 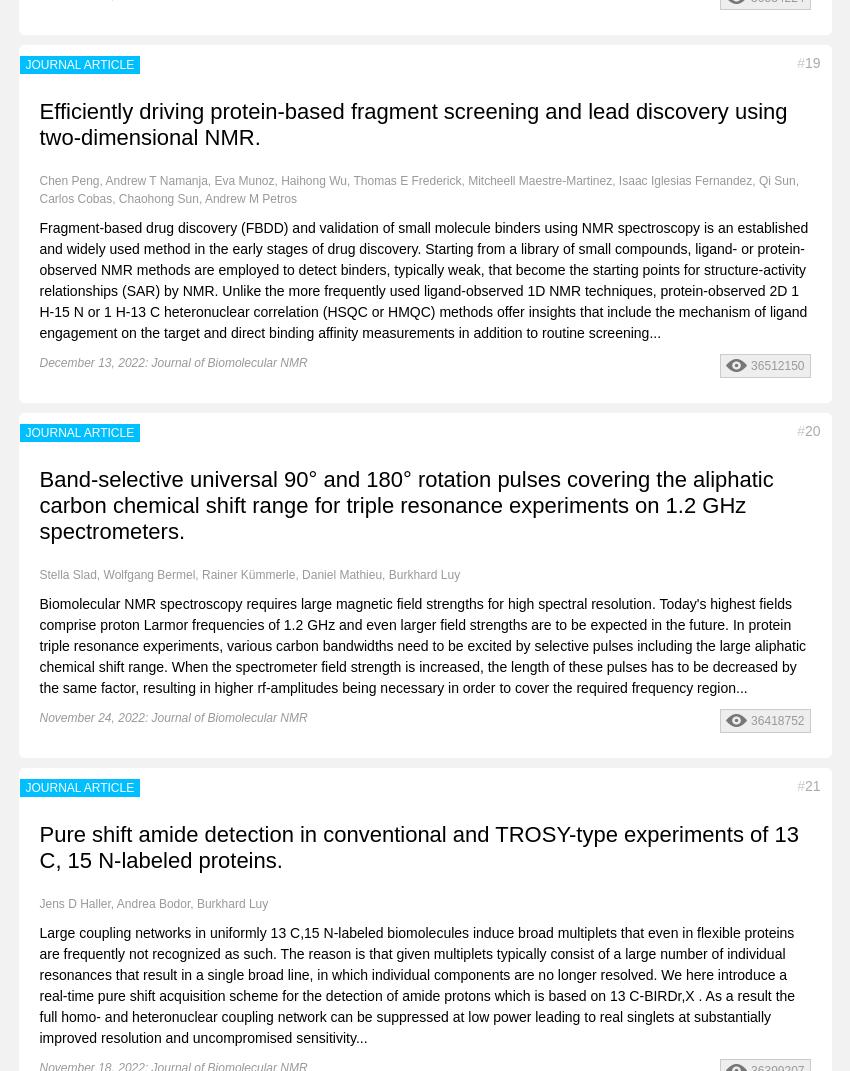 What do you see at coordinates (38, 902) in the screenshot?
I see `'Jens D Haller, Andrea Bodor, Burkhard Luy'` at bounding box center [38, 902].